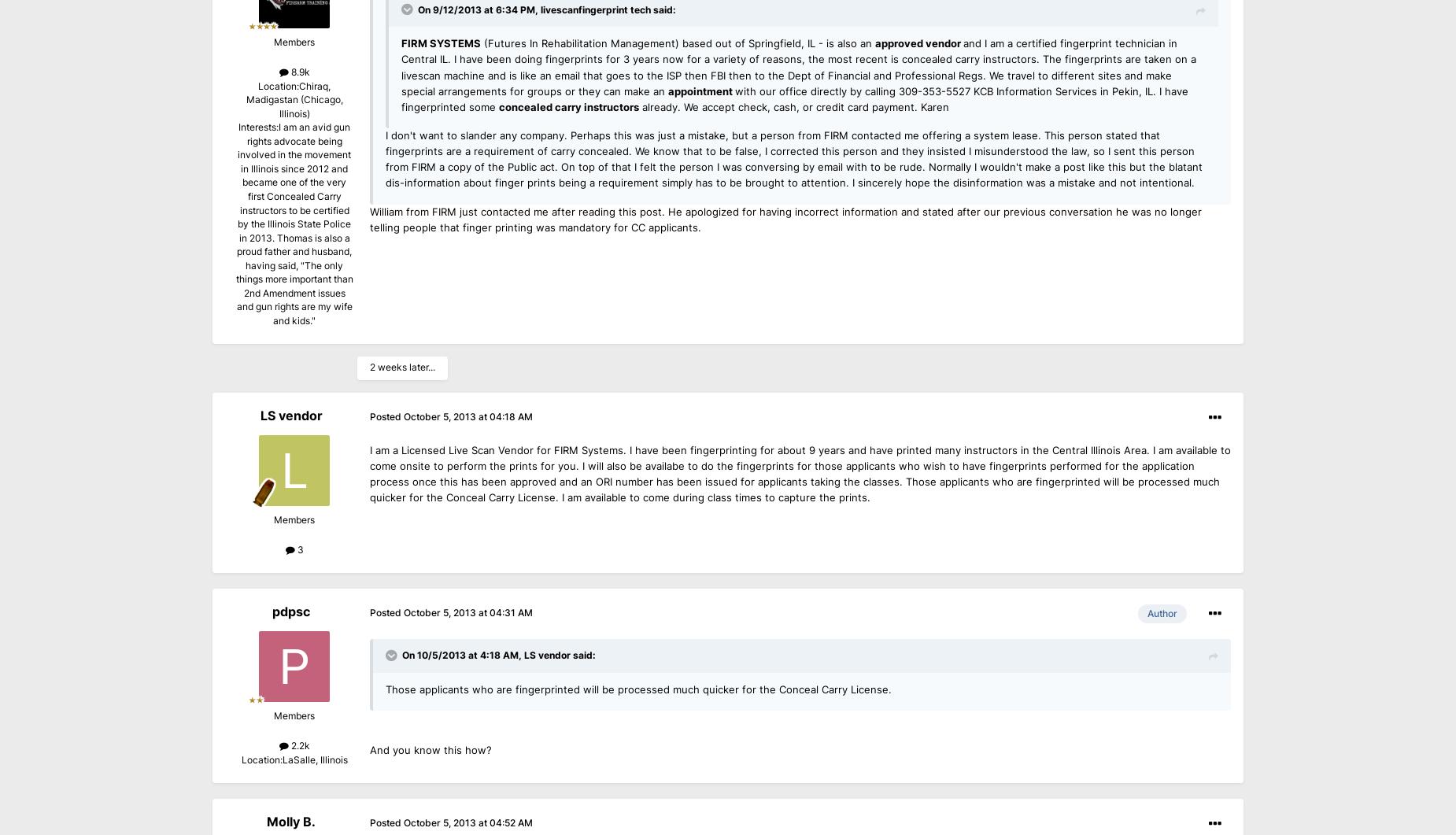 This screenshot has width=1456, height=835. Describe the element at coordinates (1162, 613) in the screenshot. I see `'Author'` at that location.